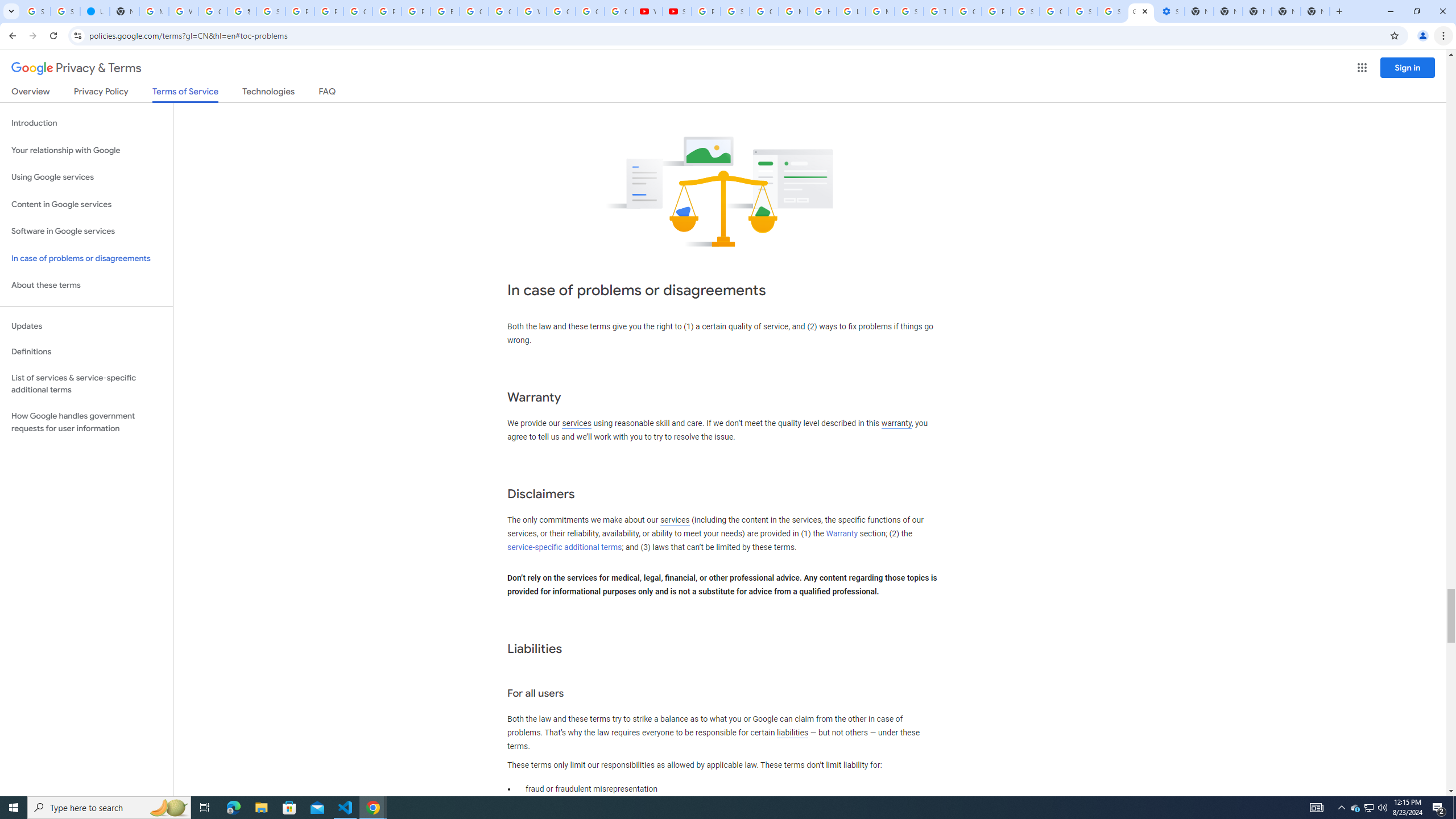 This screenshot has height=819, width=1456. I want to click on 'Edit and view right-to-left text - Google Docs Editors Help', so click(445, 11).